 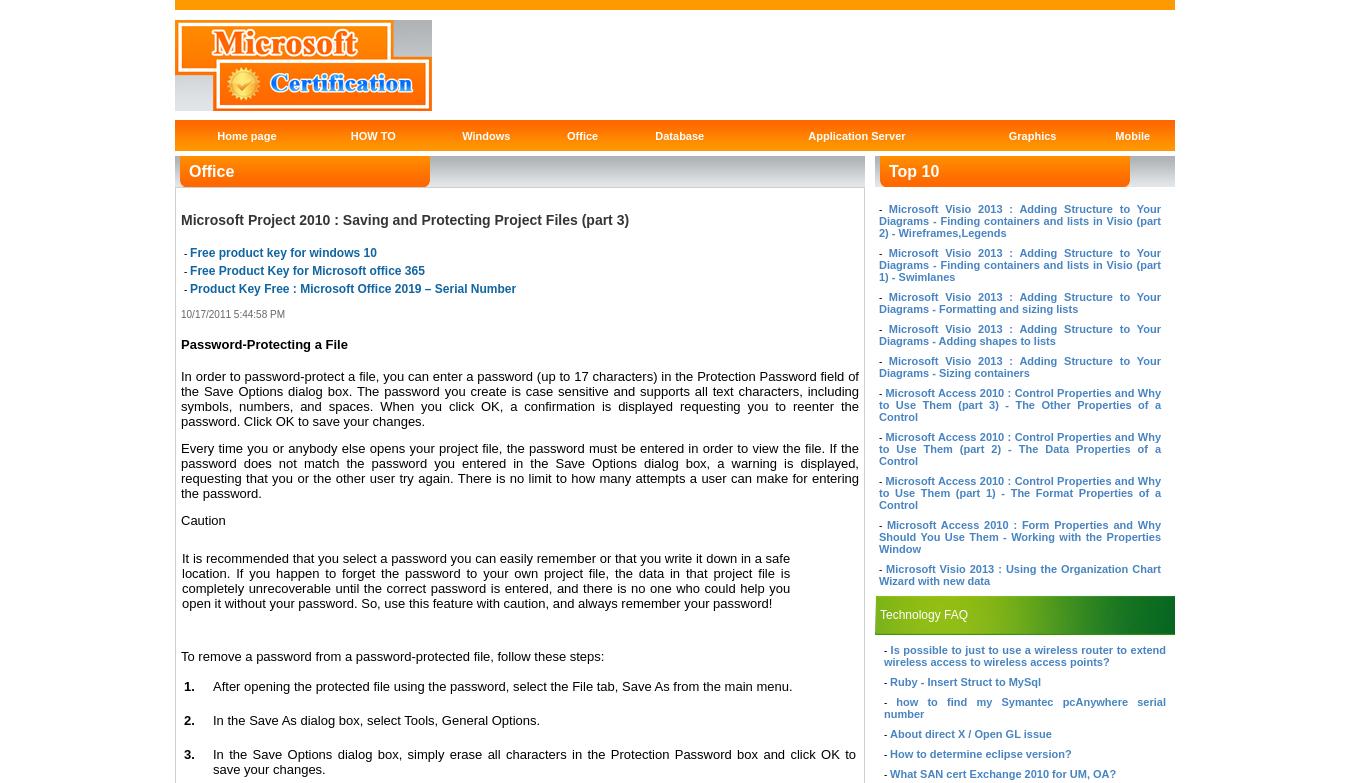 What do you see at coordinates (485, 134) in the screenshot?
I see `'Windows'` at bounding box center [485, 134].